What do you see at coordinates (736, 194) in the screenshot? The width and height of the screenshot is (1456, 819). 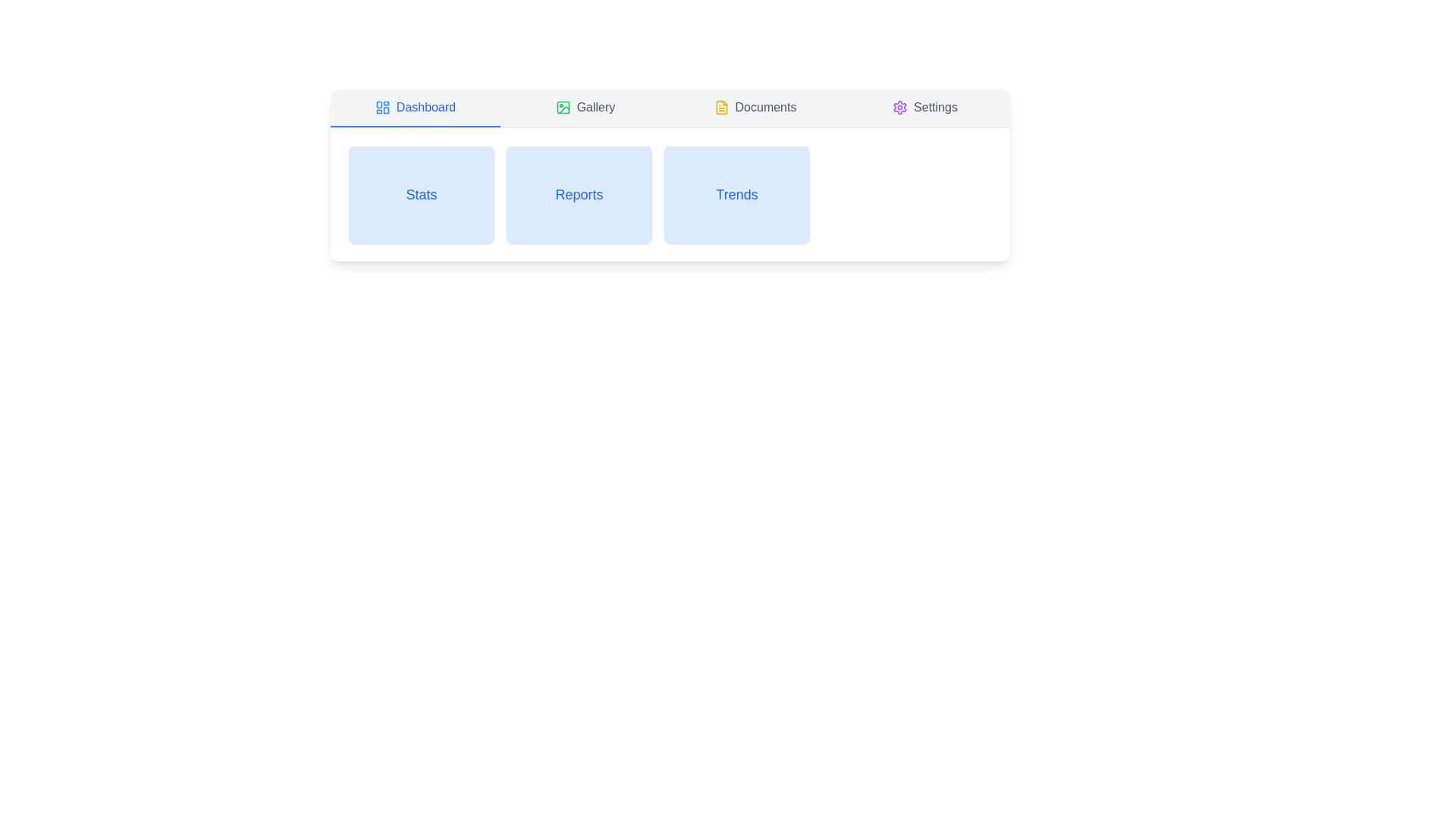 I see `the text label reading 'Trends' which is styled in a blue font and is located in the center of the third card in a horizontal list of cards` at bounding box center [736, 194].